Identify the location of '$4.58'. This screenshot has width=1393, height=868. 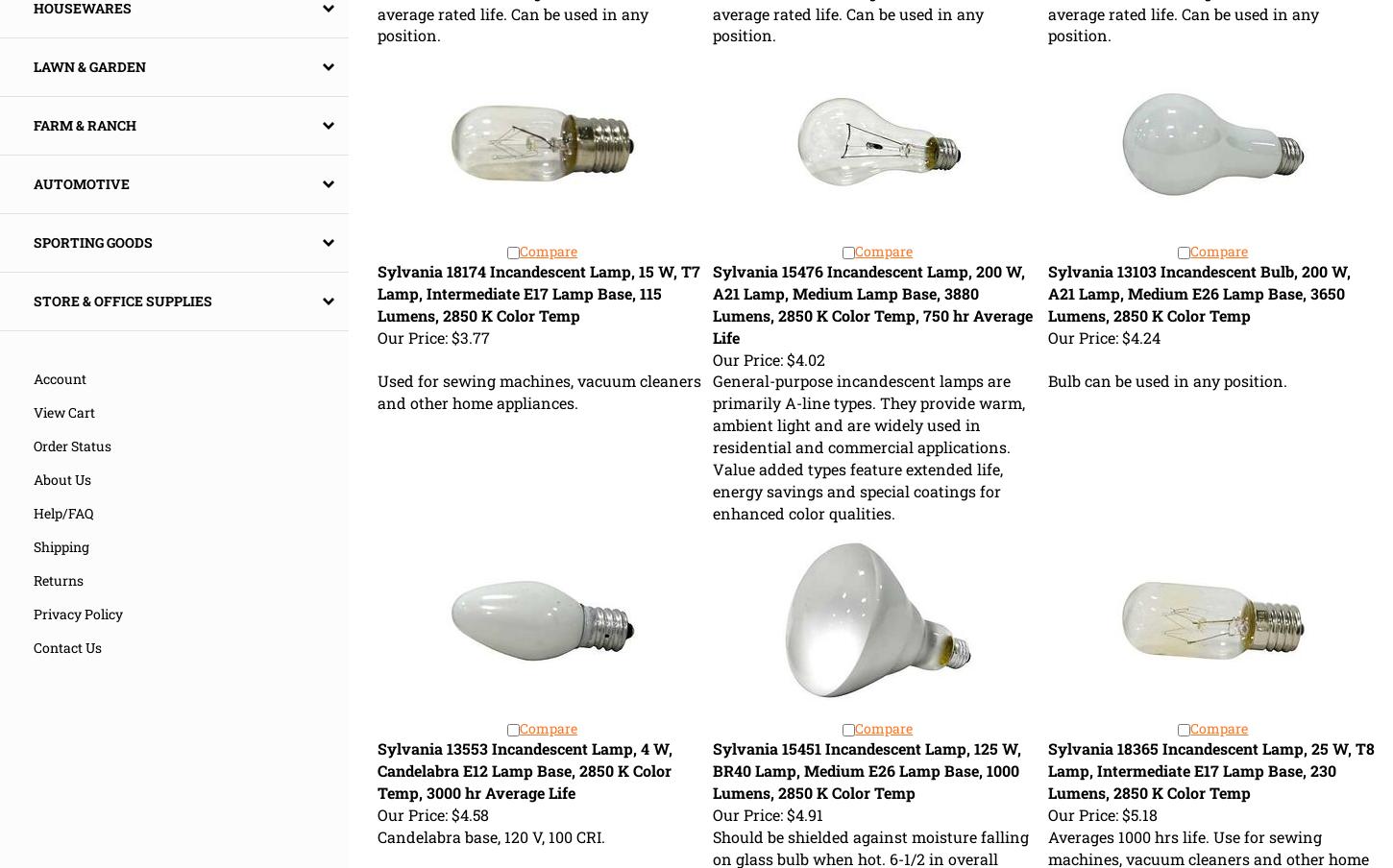
(467, 812).